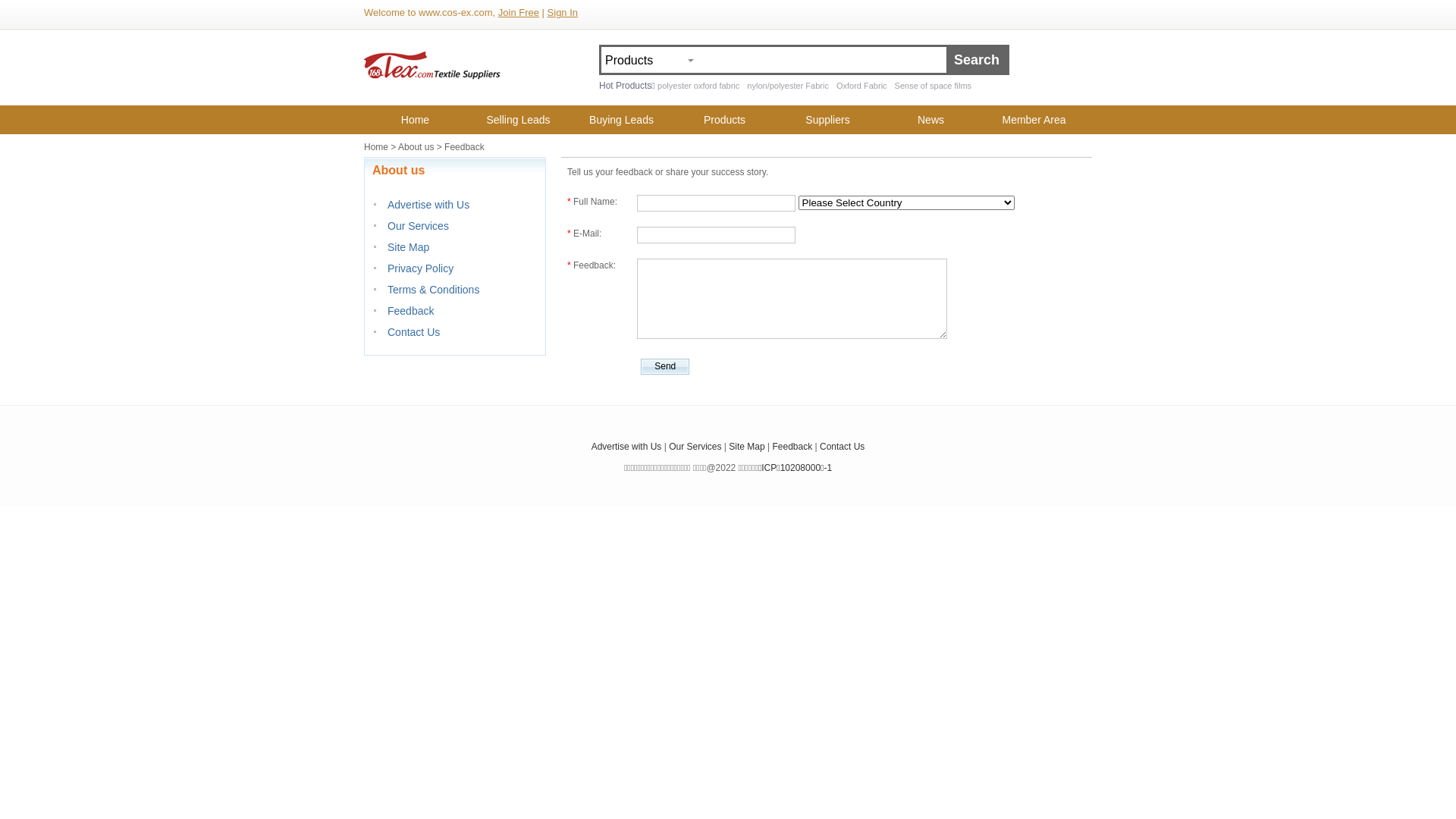 The width and height of the screenshot is (1456, 819). I want to click on 'Selling Leads', so click(518, 119).